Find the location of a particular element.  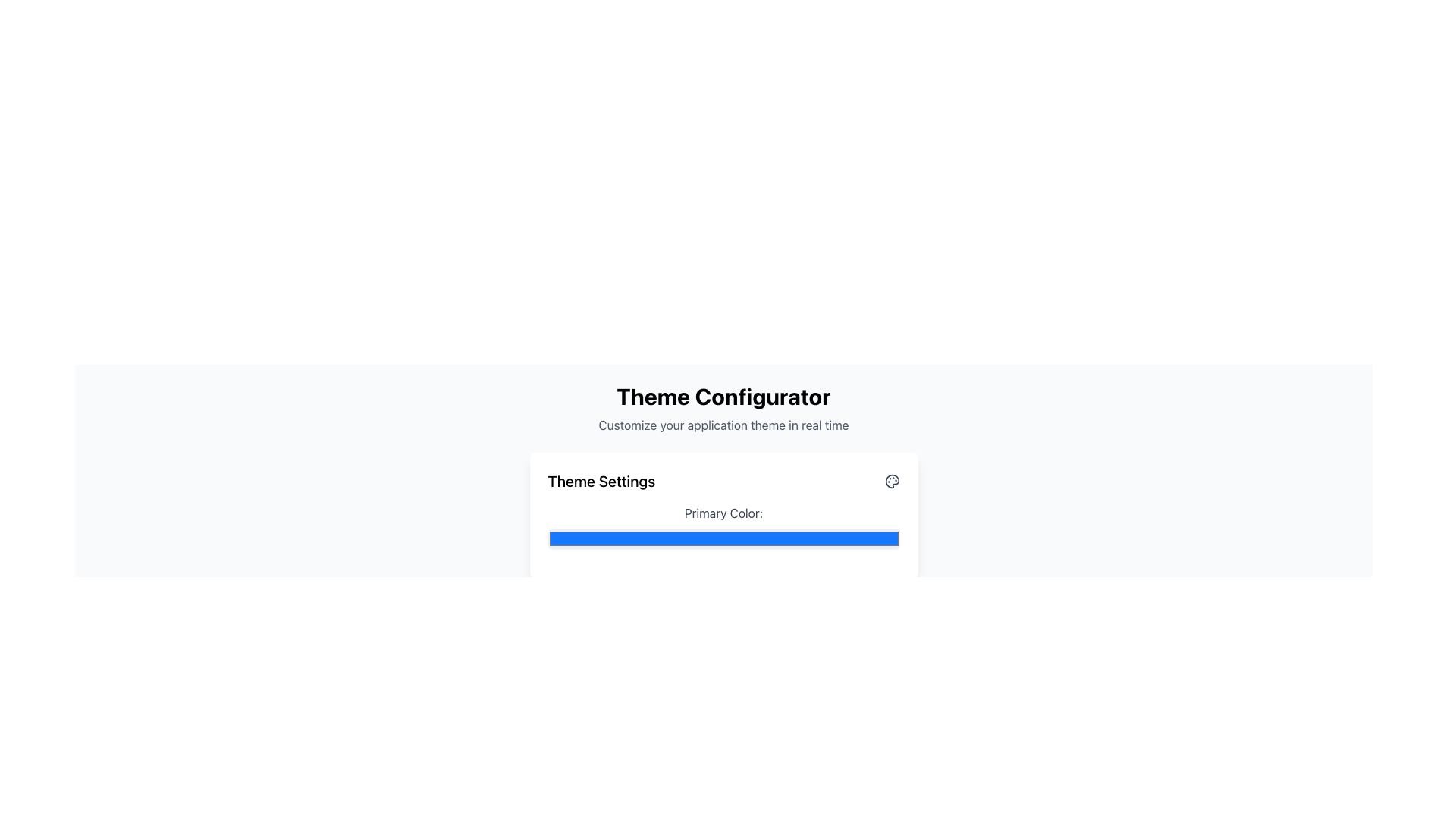

the customization icon located to the right of the 'Theme Settings' text is located at coordinates (892, 482).